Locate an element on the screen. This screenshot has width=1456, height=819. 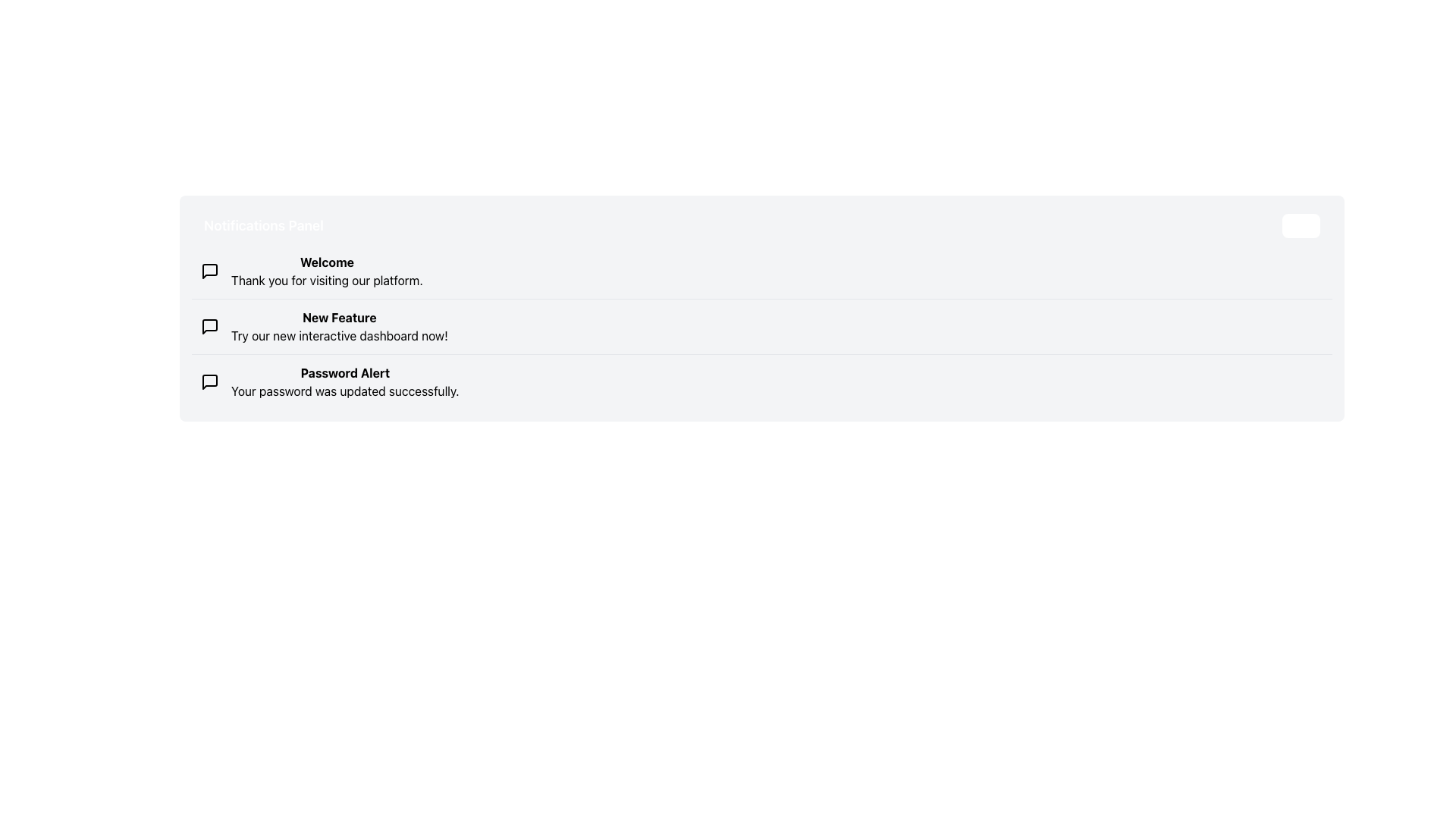
the body message text of the 'Password Alert' notification to interact with it is located at coordinates (344, 391).